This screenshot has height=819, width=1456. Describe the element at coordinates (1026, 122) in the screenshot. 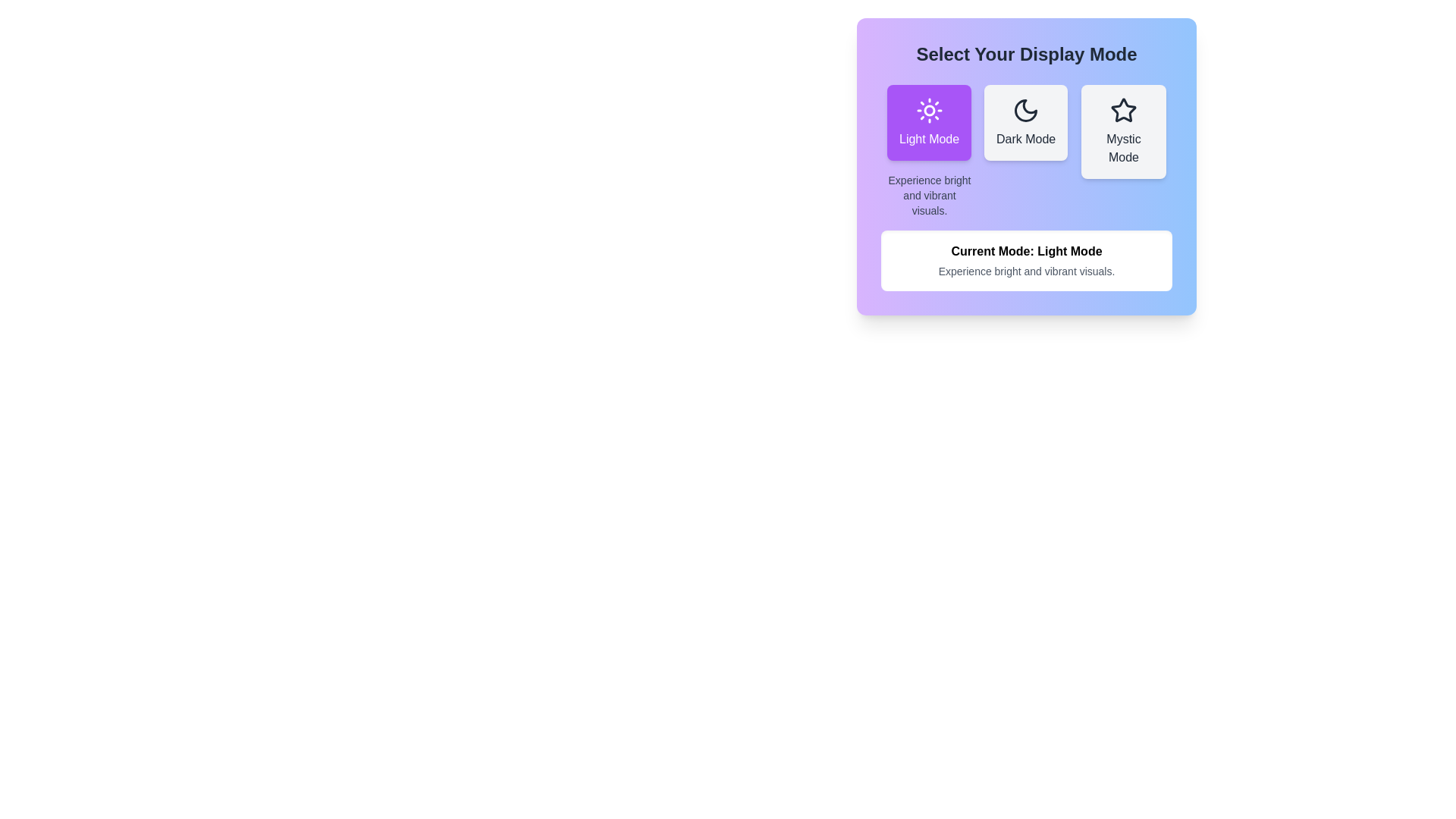

I see `the theme Dark Mode by clicking the corresponding button` at that location.